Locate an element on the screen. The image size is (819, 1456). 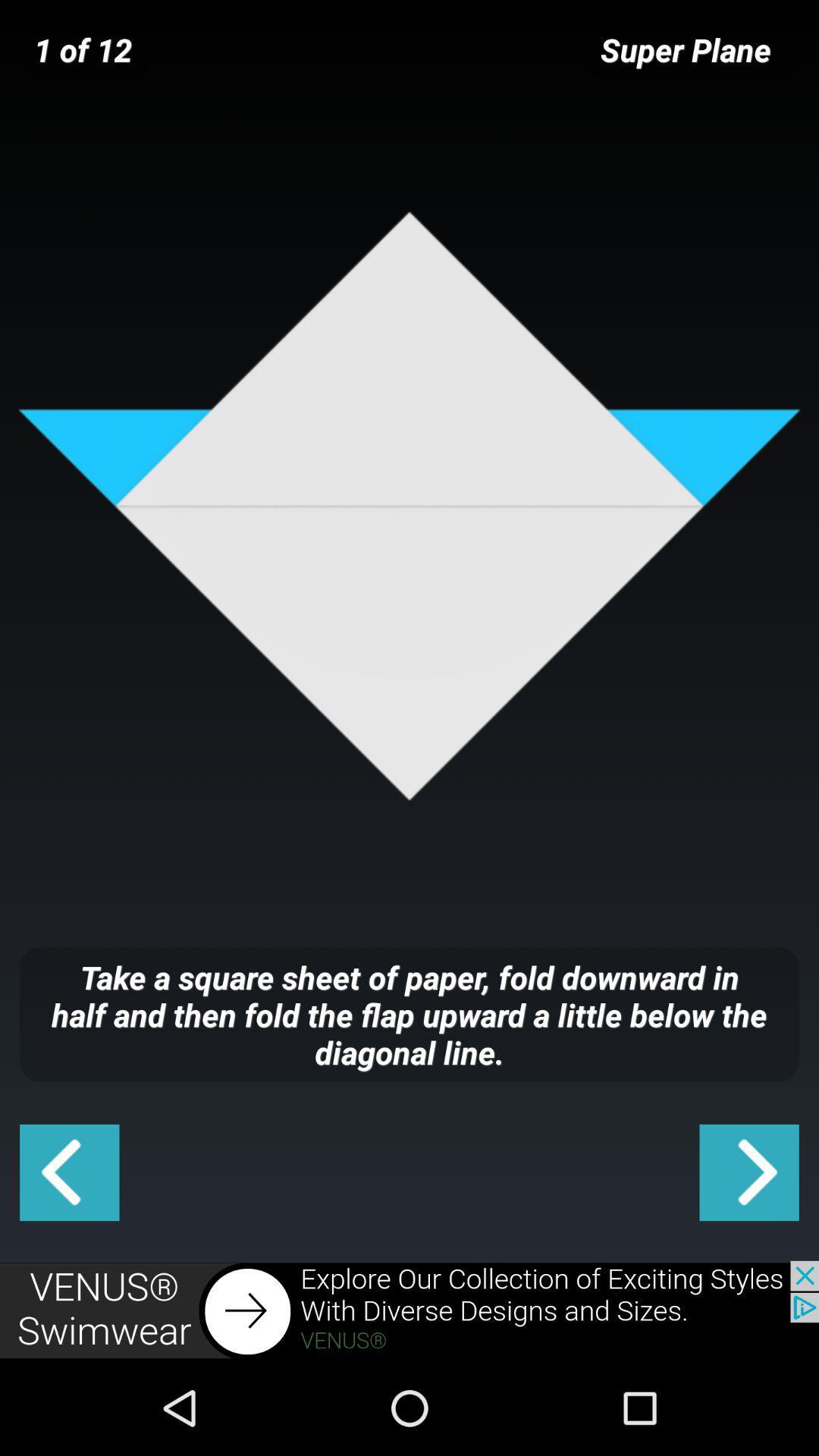
clickable advertisement is located at coordinates (409, 1310).